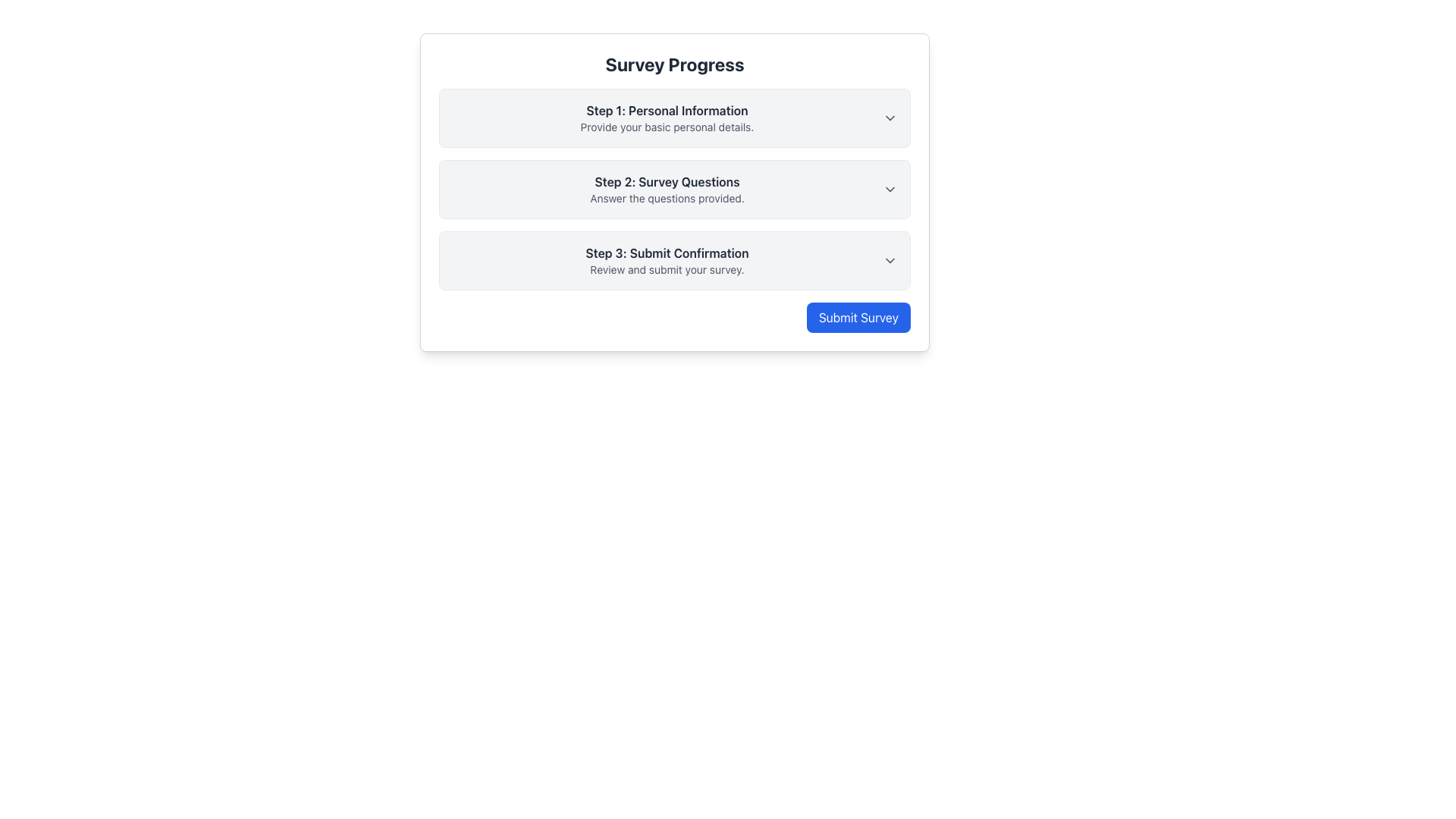 The height and width of the screenshot is (819, 1456). I want to click on the Collapsible section header titled 'Step 2: Survey Questions', so click(673, 189).